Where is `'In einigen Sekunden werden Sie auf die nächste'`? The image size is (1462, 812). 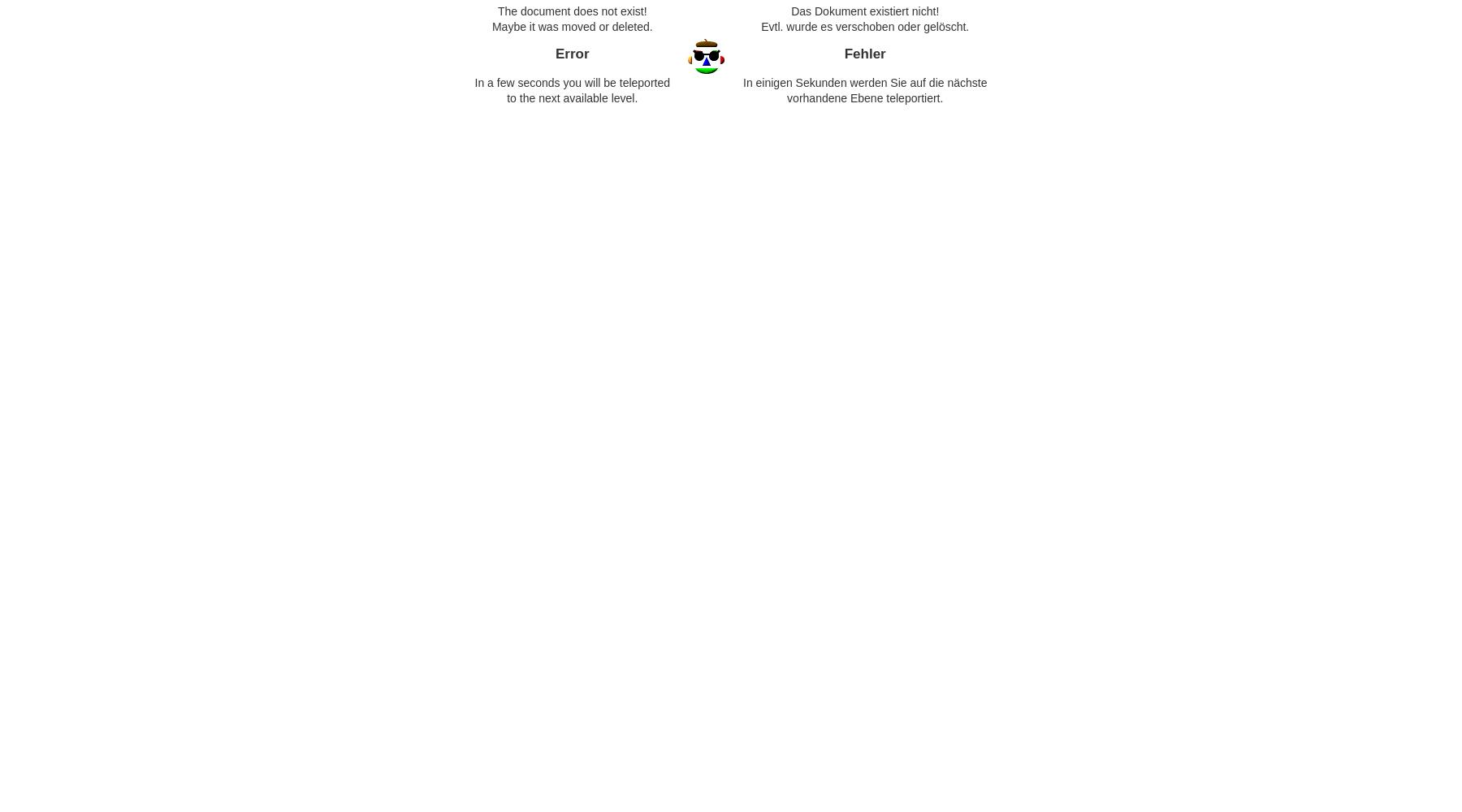 'In einigen Sekunden werden Sie auf die nächste' is located at coordinates (865, 82).